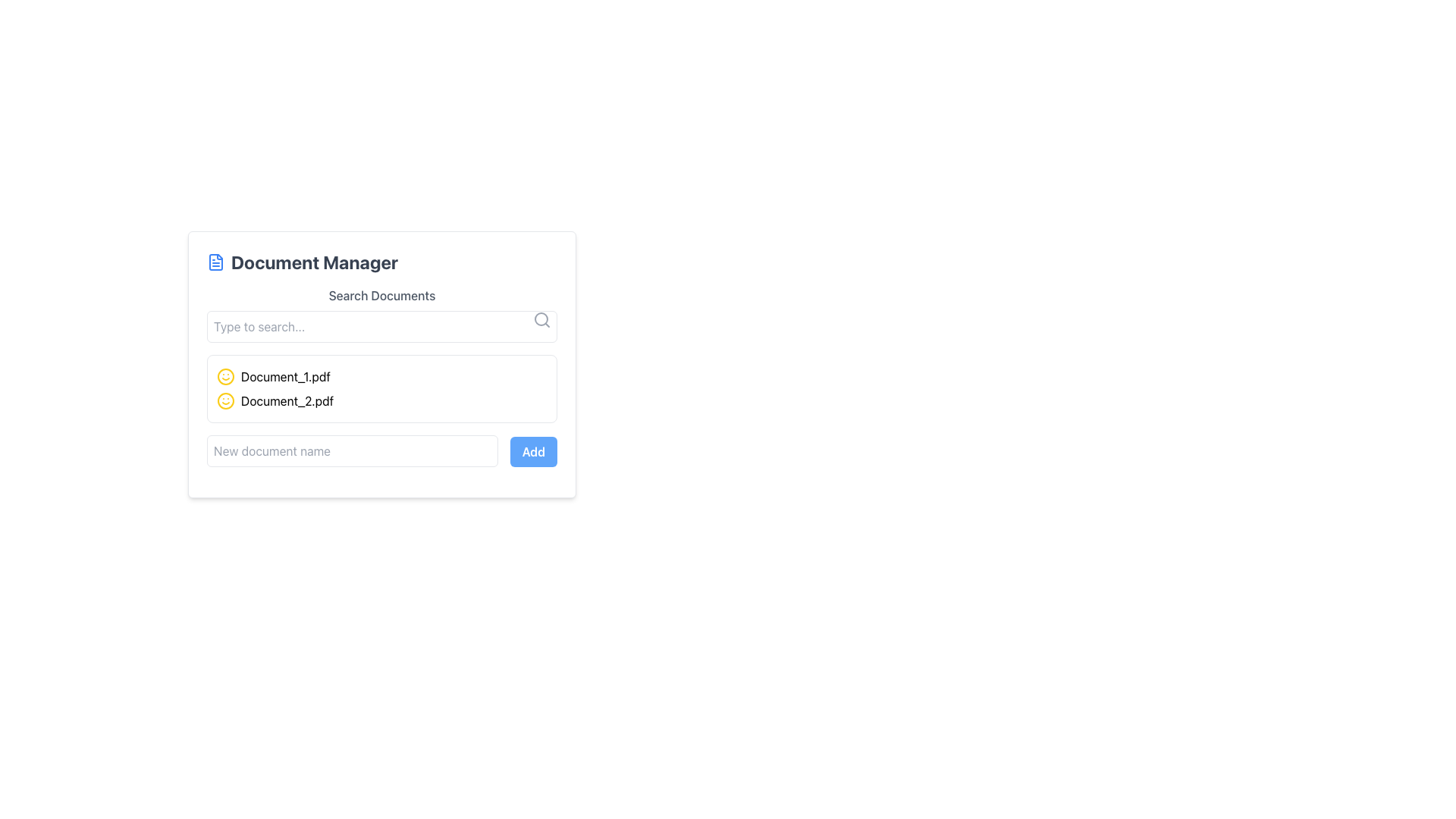  I want to click on label that serves as a description for the search input field located above the 'Type to search...' input box, so click(382, 295).